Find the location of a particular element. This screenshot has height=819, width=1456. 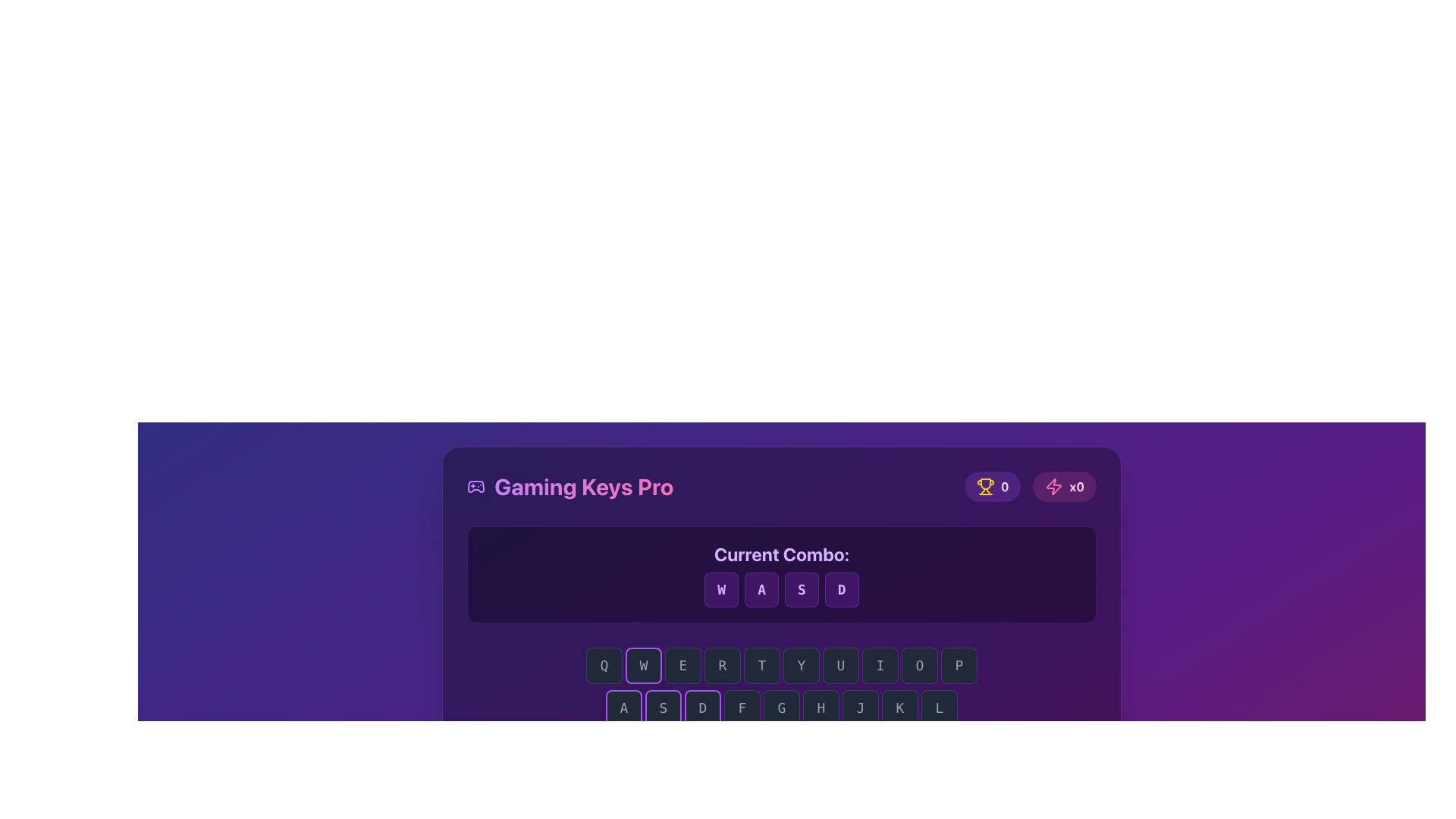

the static informational display that shows the current key combination 'W', 'A', 'S', 'D' located above the grid of keyboard keys, within the 'Gaming Keys Pro' section is located at coordinates (782, 575).